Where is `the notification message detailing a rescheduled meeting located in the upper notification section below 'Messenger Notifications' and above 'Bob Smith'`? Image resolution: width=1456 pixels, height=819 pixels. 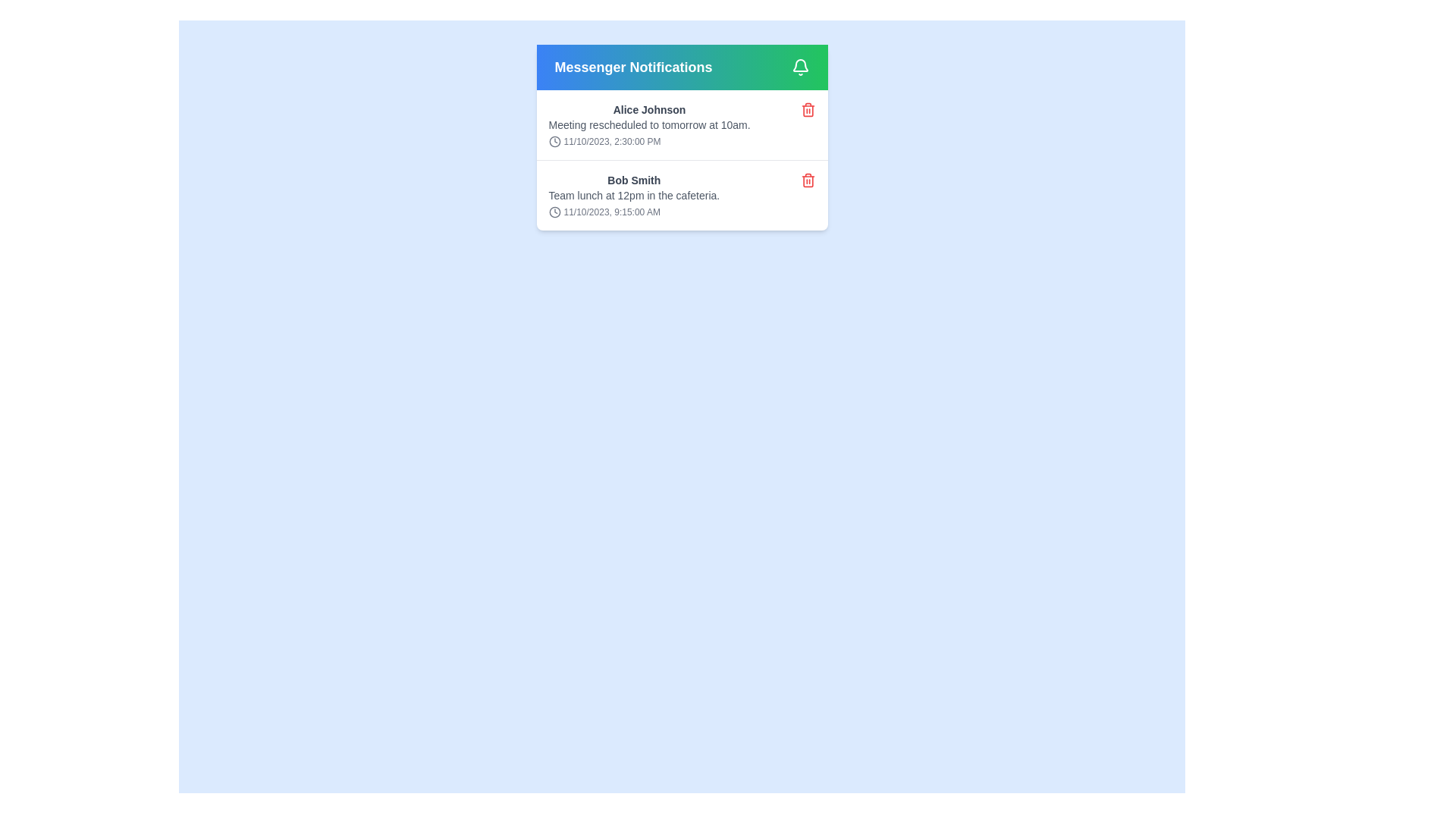
the notification message detailing a rescheduled meeting located in the upper notification section below 'Messenger Notifications' and above 'Bob Smith' is located at coordinates (649, 124).